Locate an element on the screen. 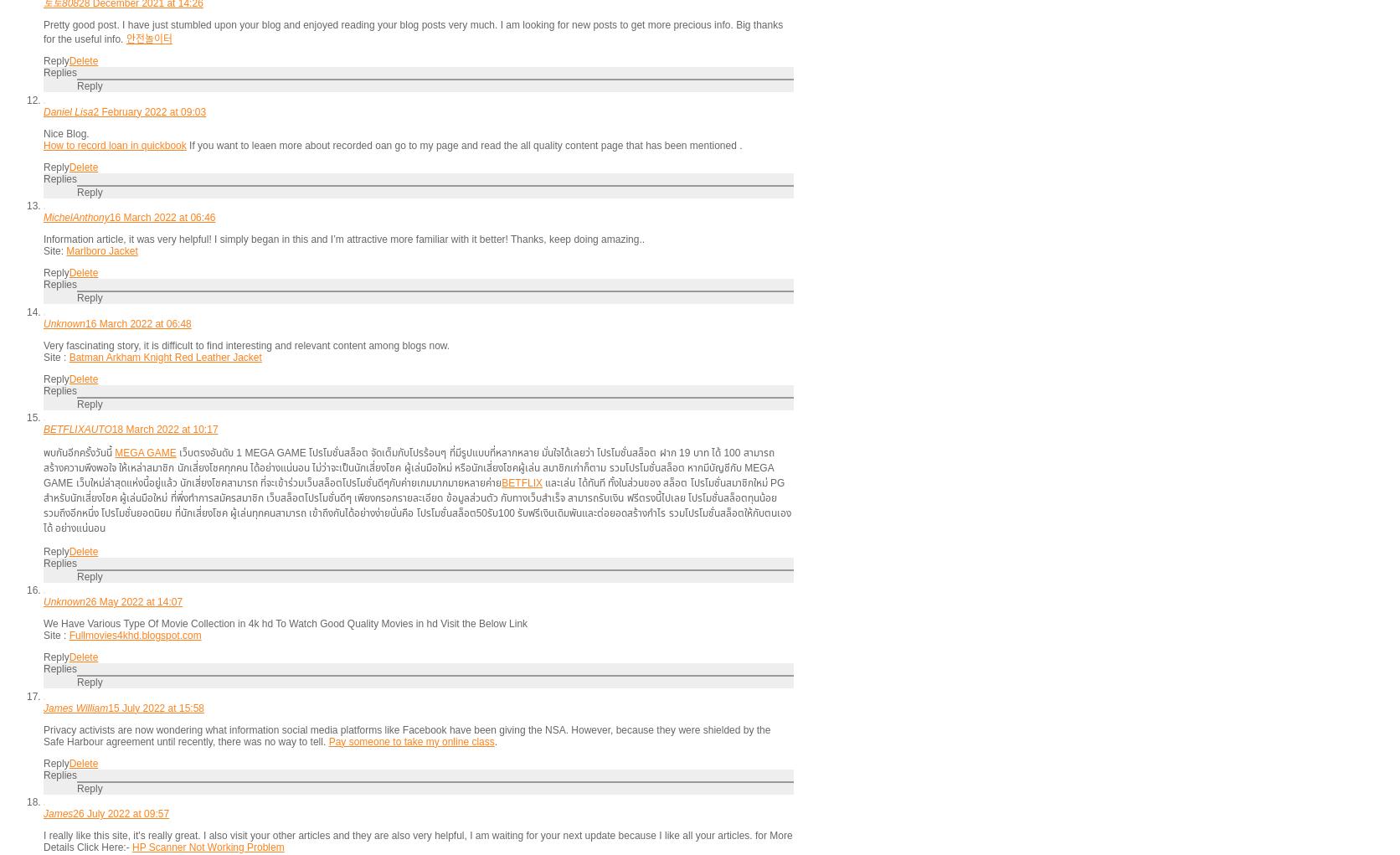 This screenshot has width=1400, height=855. '26 July 2022 at 09:57' is located at coordinates (72, 812).